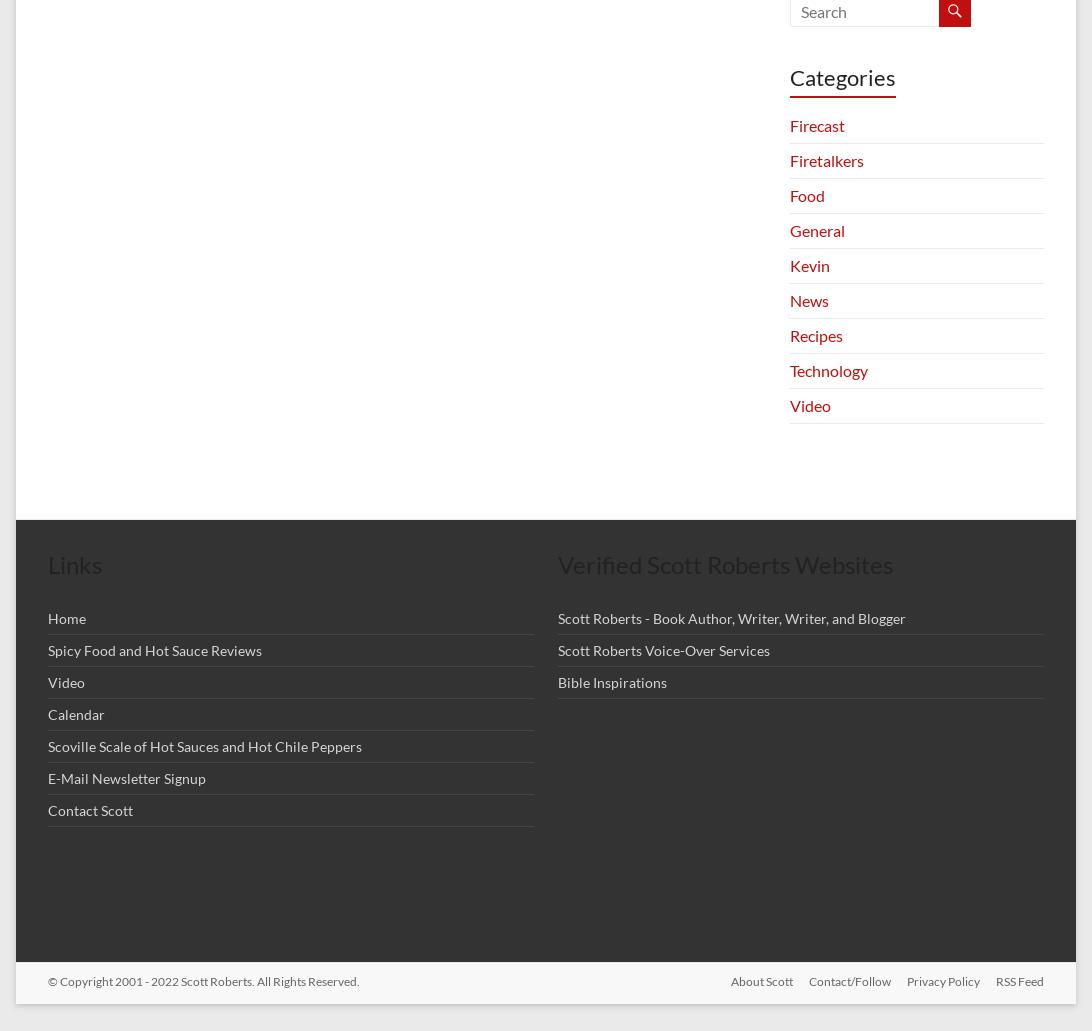  What do you see at coordinates (90, 809) in the screenshot?
I see `'Contact Scott'` at bounding box center [90, 809].